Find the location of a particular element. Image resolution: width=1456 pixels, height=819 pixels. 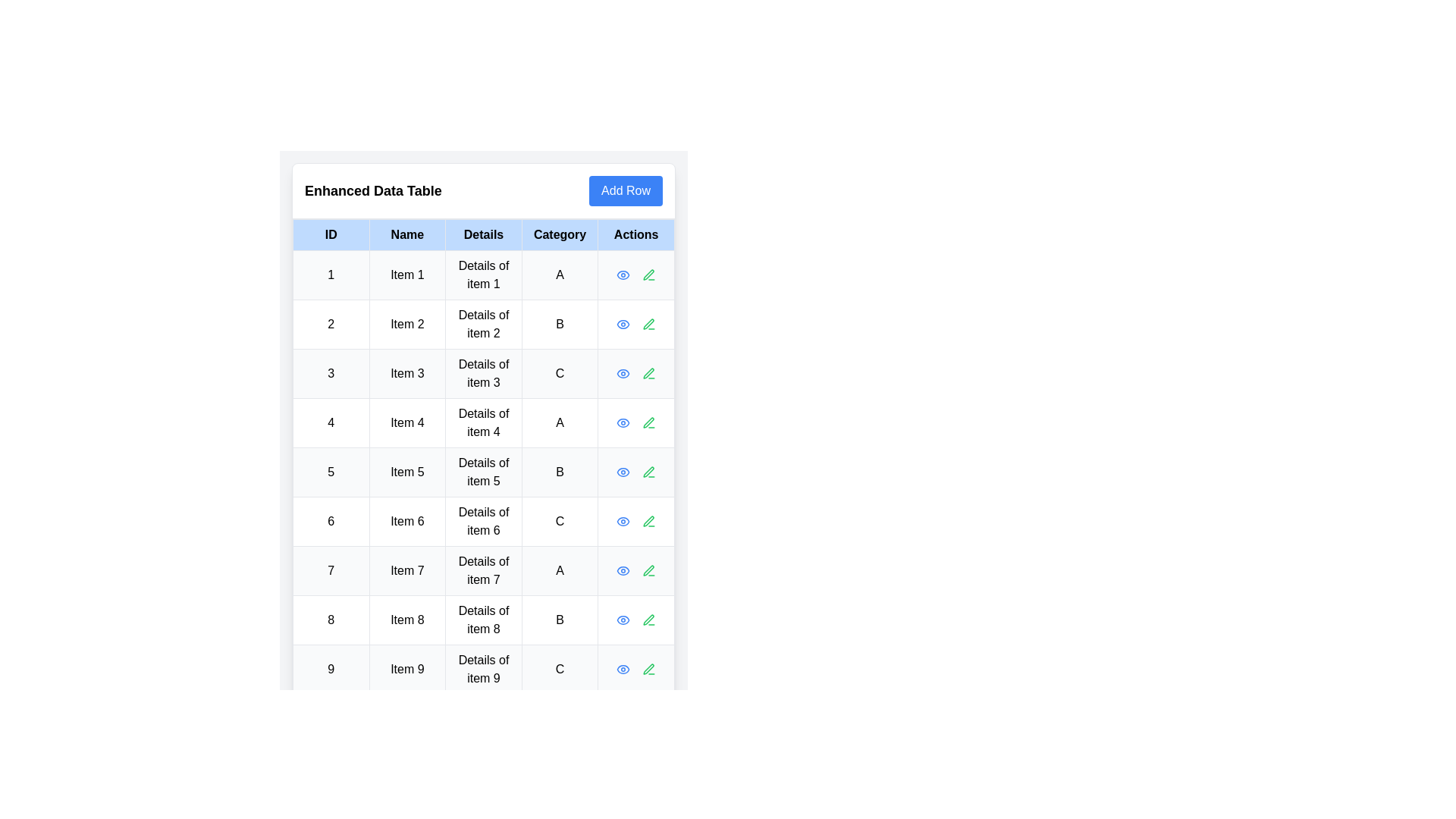

the eye icon located in the 'Actions' column of the fourth row in the table, adjacent to the row labeled 'Item 4.' is located at coordinates (623, 423).